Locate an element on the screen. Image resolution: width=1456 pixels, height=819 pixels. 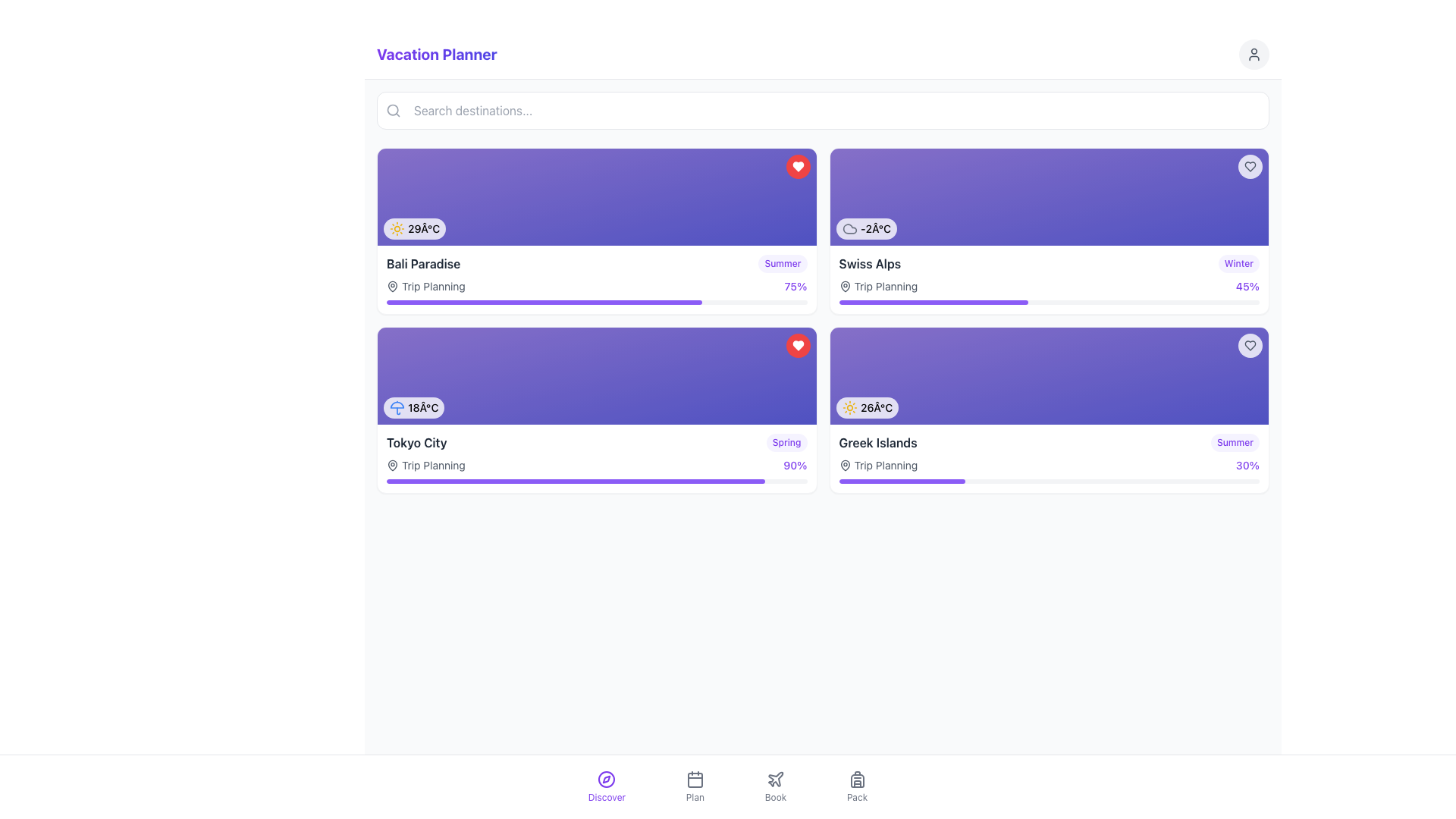
the calendar icon in the 'Plan' tab of the bottom navigation menu to receive interactive feedback is located at coordinates (694, 780).